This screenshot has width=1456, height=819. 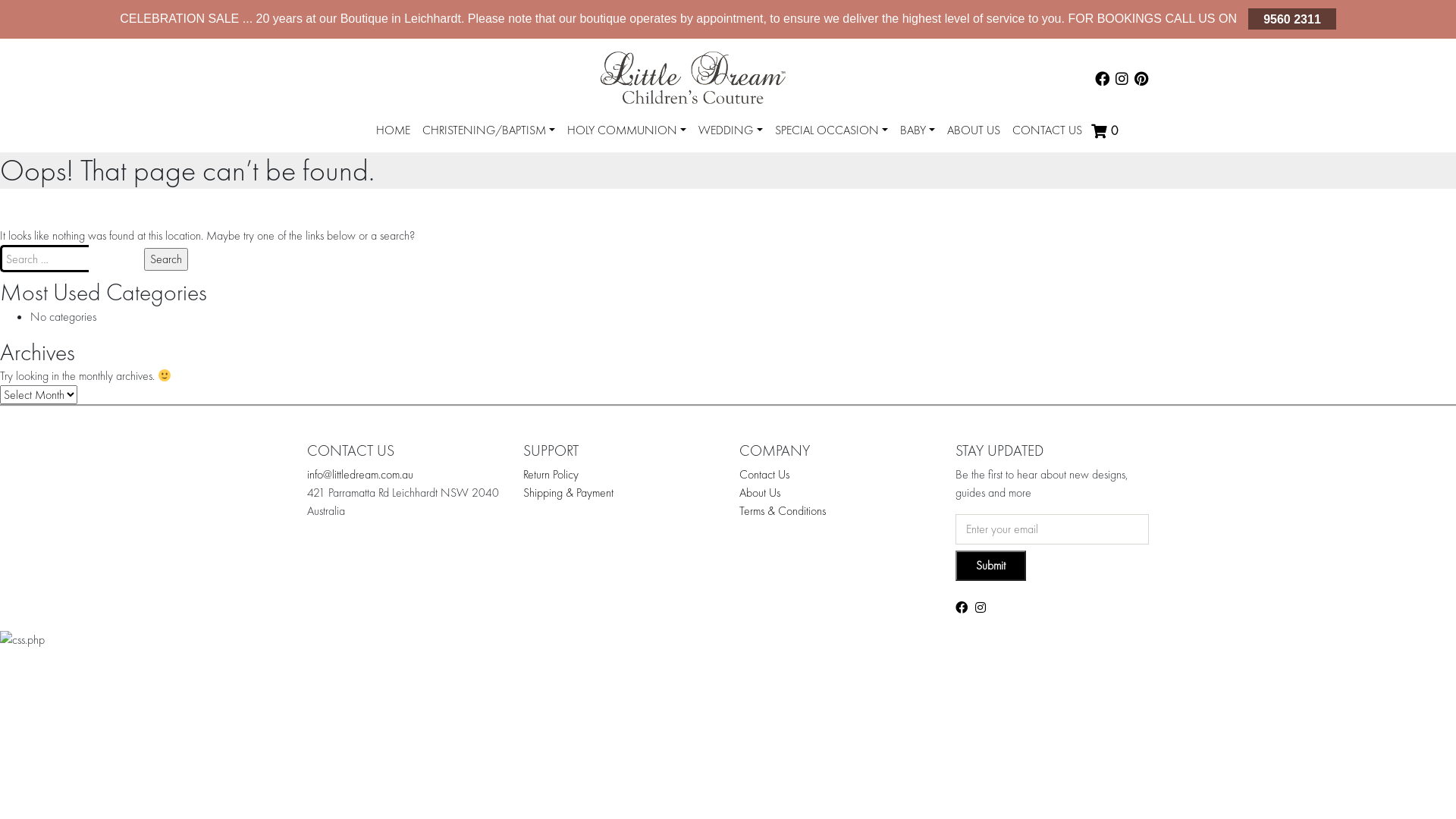 What do you see at coordinates (166, 259) in the screenshot?
I see `'Search'` at bounding box center [166, 259].